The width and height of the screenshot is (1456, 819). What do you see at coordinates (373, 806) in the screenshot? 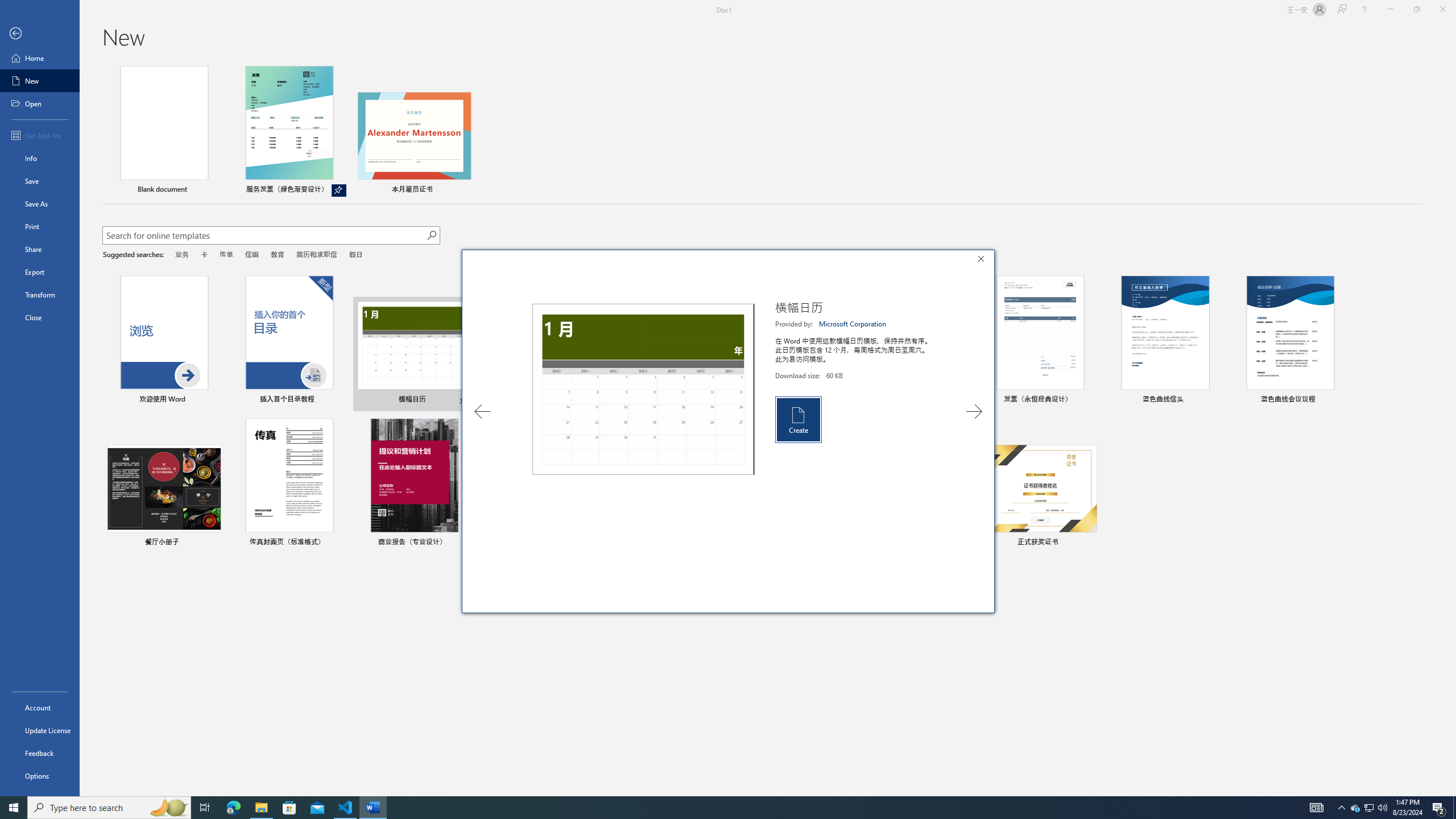
I see `'Word - 1 running window'` at bounding box center [373, 806].